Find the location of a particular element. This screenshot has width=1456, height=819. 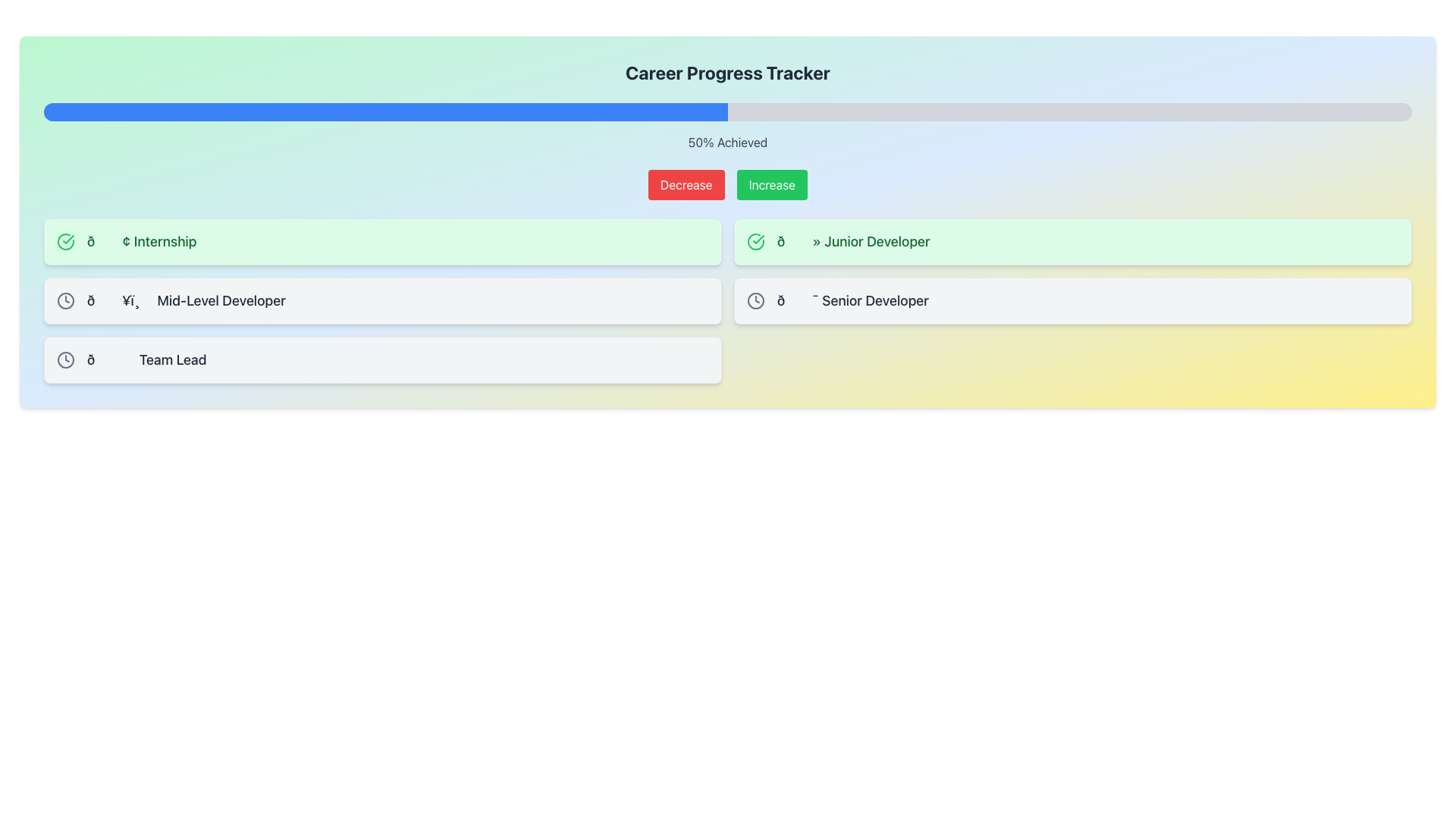

the check mark icon, which is styled with a green stroke and located at the center of a green circular icon within the row labeled 'Internship' is located at coordinates (758, 239).